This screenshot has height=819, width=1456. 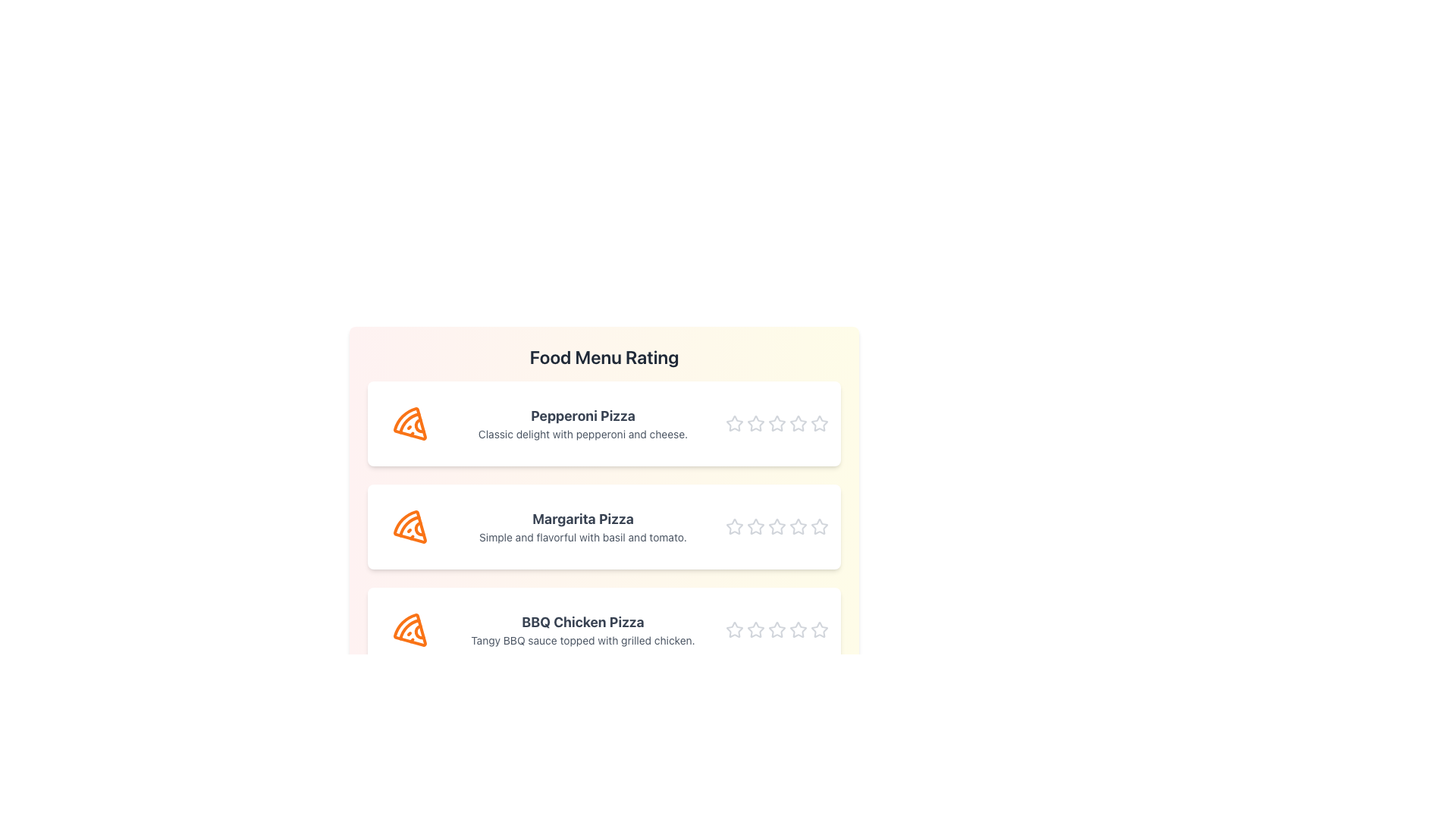 What do you see at coordinates (756, 629) in the screenshot?
I see `the second unfilled star icon in the rating section of the BBQ Chicken Pizza row to observe its scaling effect` at bounding box center [756, 629].